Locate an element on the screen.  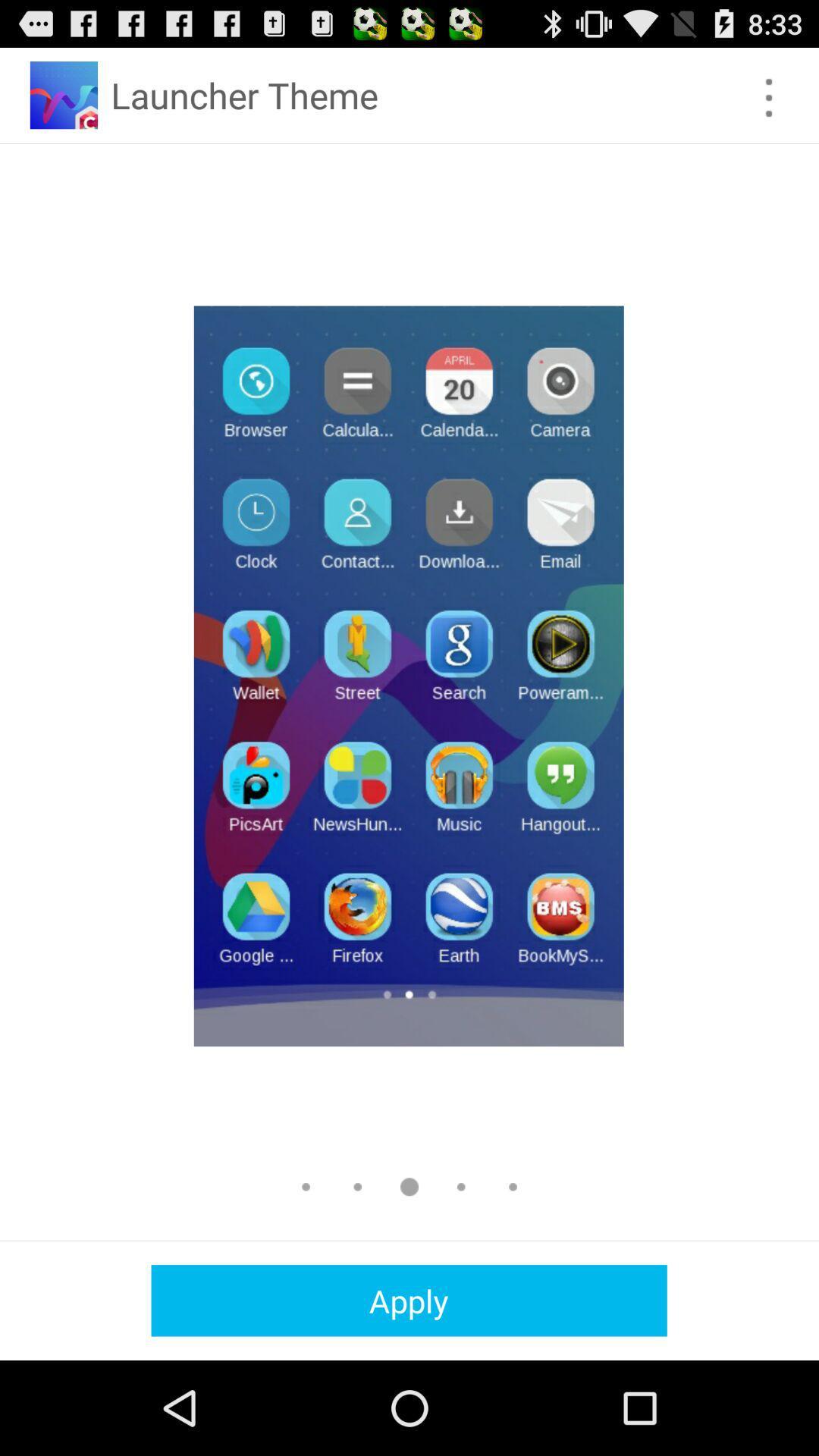
more options is located at coordinates (769, 97).